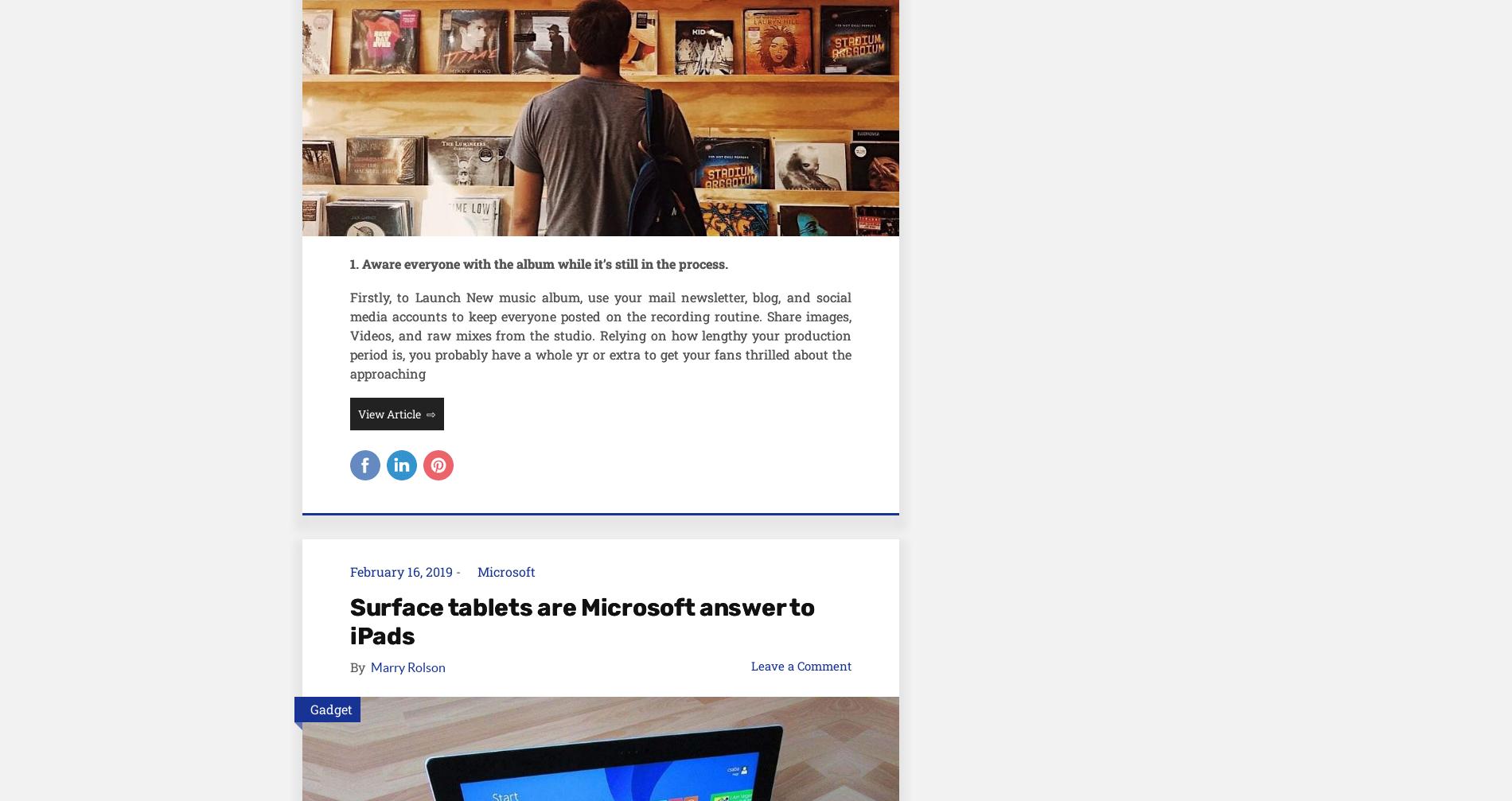  What do you see at coordinates (458, 570) in the screenshot?
I see `'-'` at bounding box center [458, 570].